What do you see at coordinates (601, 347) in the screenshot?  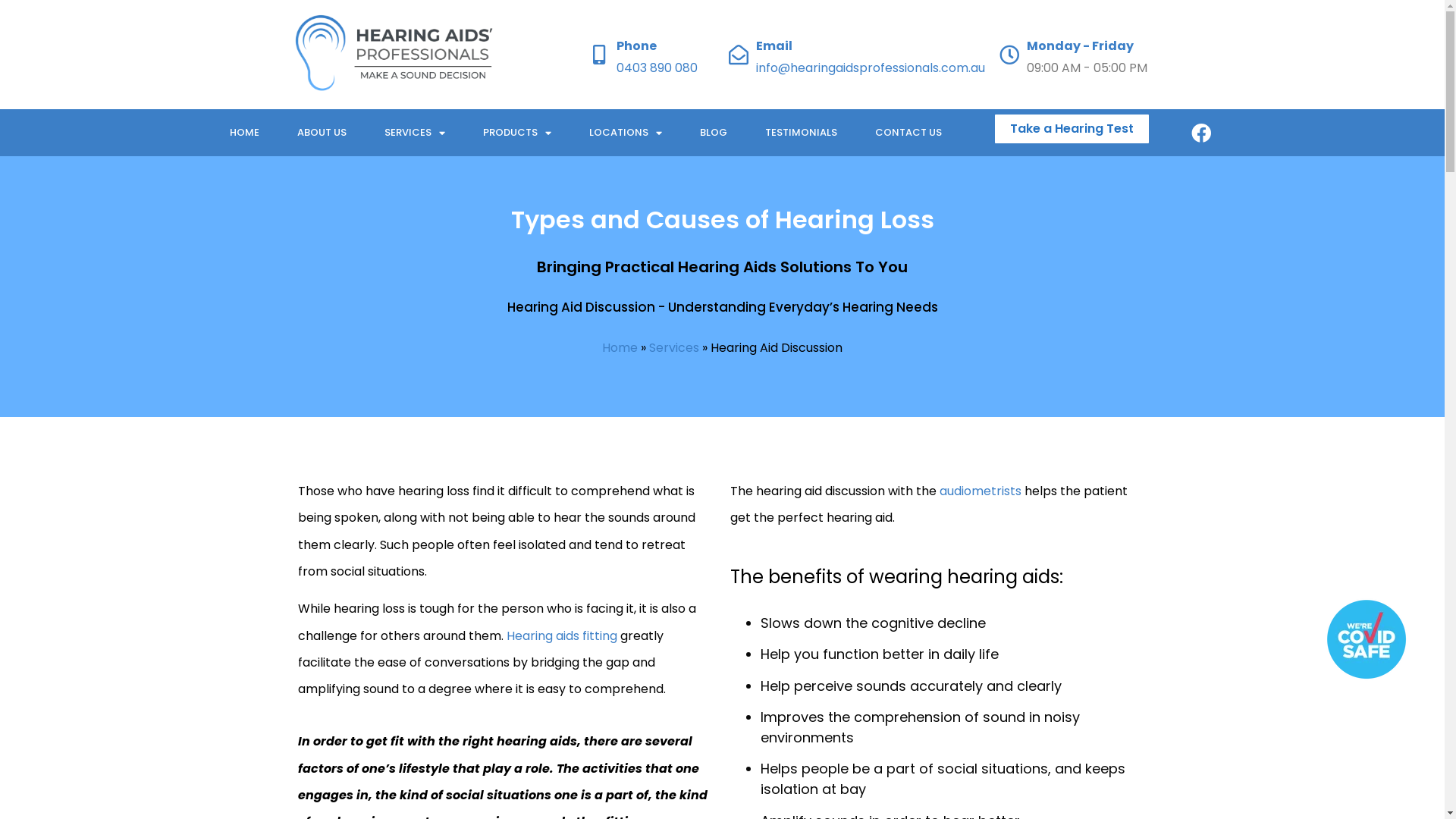 I see `'Home'` at bounding box center [601, 347].